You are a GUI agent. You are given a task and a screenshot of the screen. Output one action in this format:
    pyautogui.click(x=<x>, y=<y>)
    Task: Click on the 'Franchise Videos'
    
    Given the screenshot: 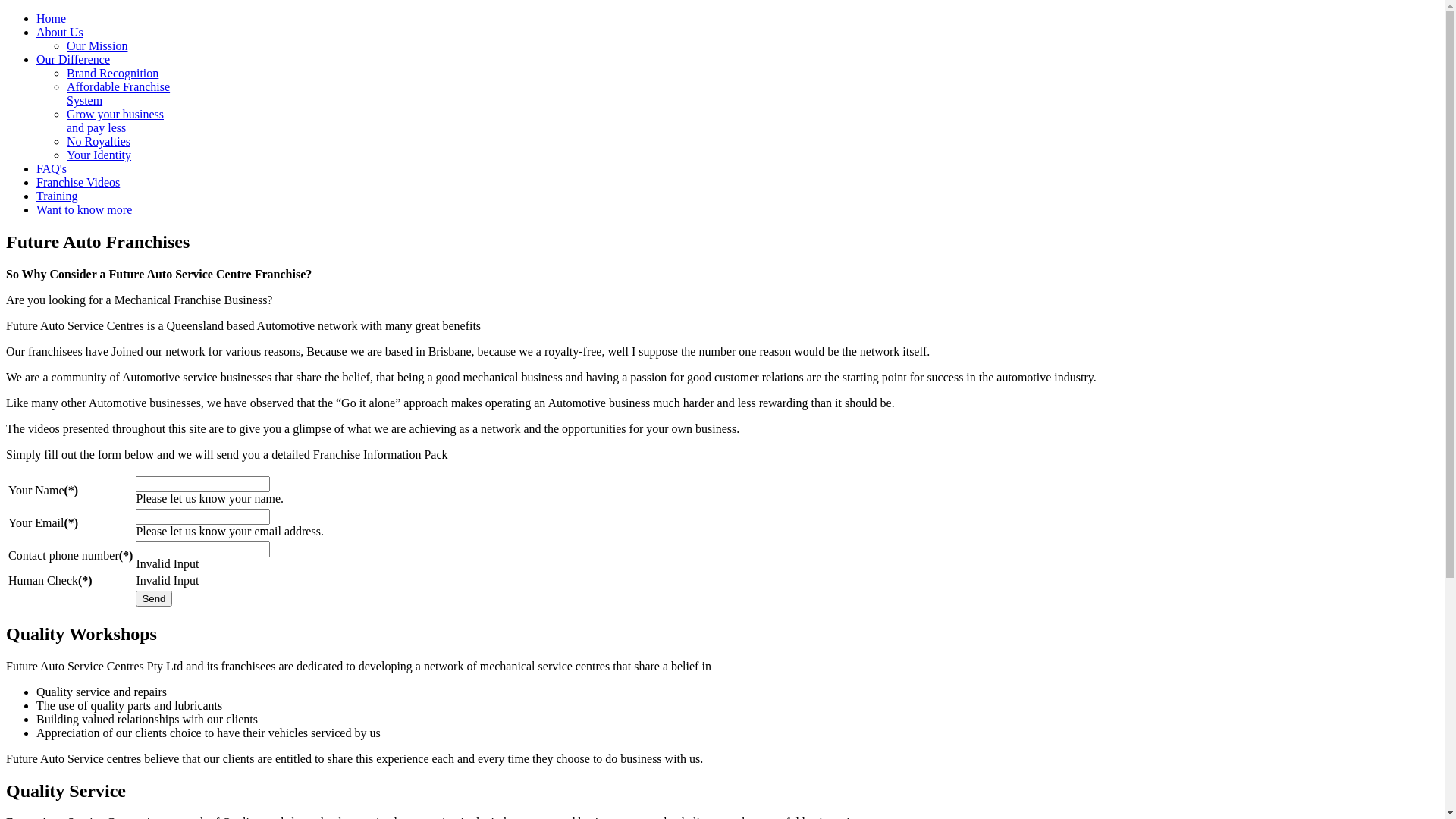 What is the action you would take?
    pyautogui.click(x=36, y=181)
    